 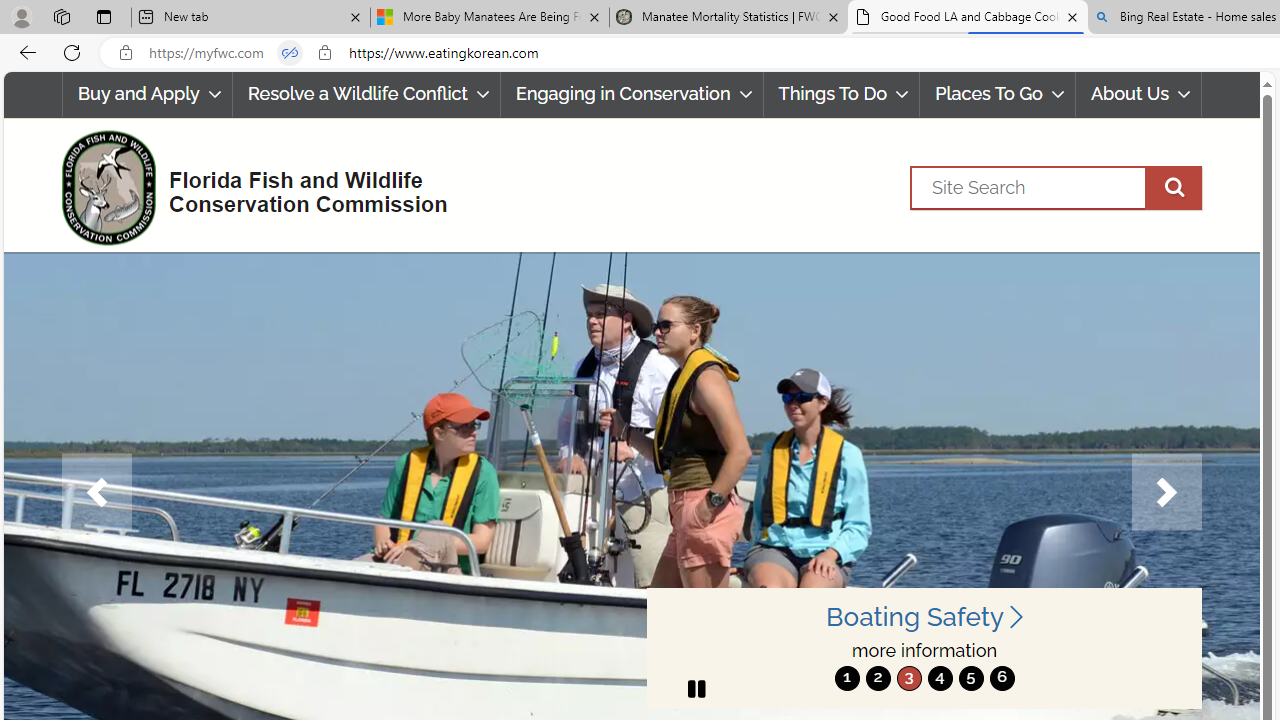 I want to click on 'Places To Go', so click(x=997, y=94).